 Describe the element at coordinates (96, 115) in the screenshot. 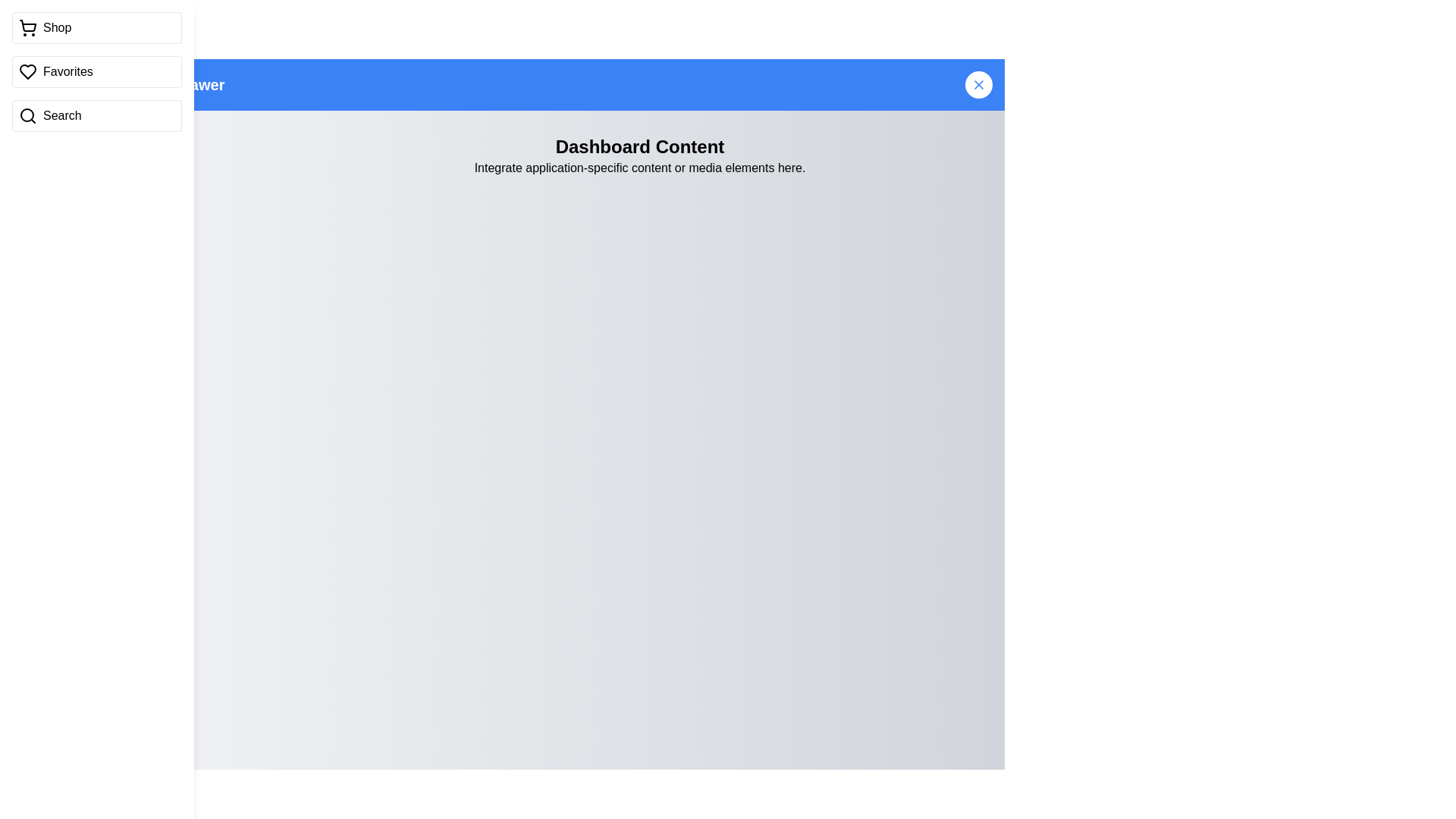

I see `the third button` at that location.